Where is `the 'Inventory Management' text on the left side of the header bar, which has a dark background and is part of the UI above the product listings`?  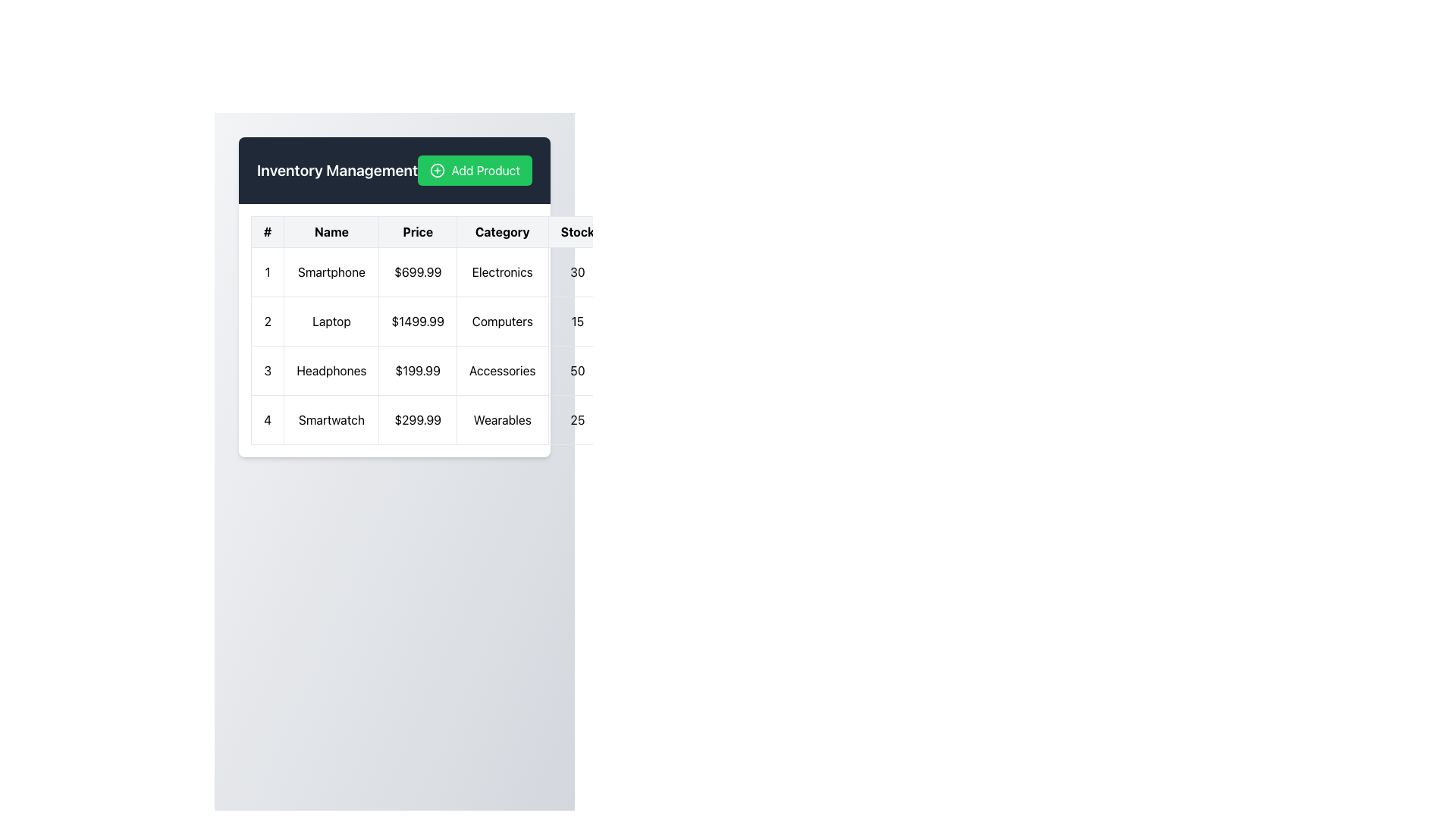 the 'Inventory Management' text on the left side of the header bar, which has a dark background and is part of the UI above the product listings is located at coordinates (394, 170).